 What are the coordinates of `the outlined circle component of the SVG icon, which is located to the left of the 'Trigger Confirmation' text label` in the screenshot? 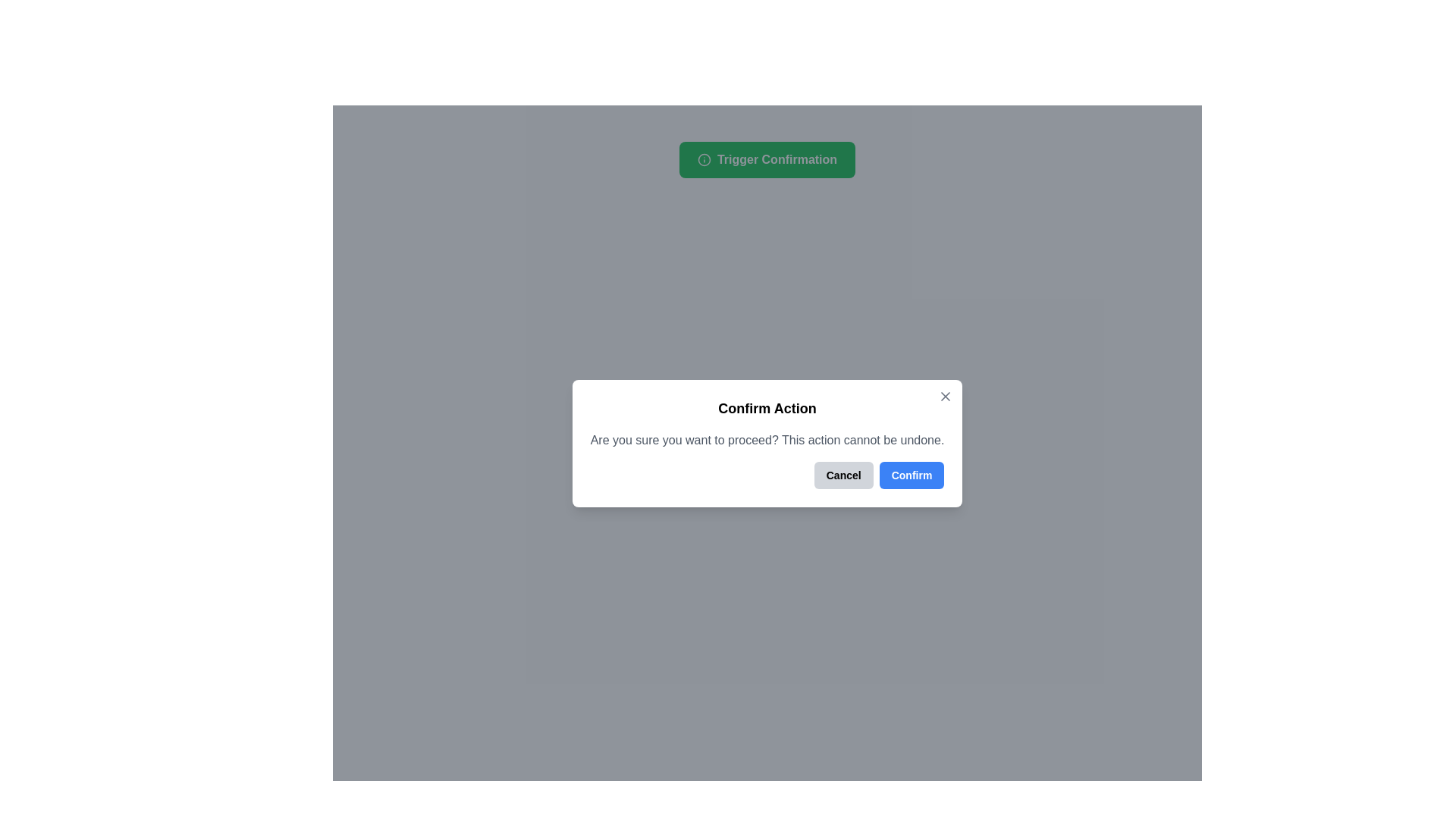 It's located at (703, 160).